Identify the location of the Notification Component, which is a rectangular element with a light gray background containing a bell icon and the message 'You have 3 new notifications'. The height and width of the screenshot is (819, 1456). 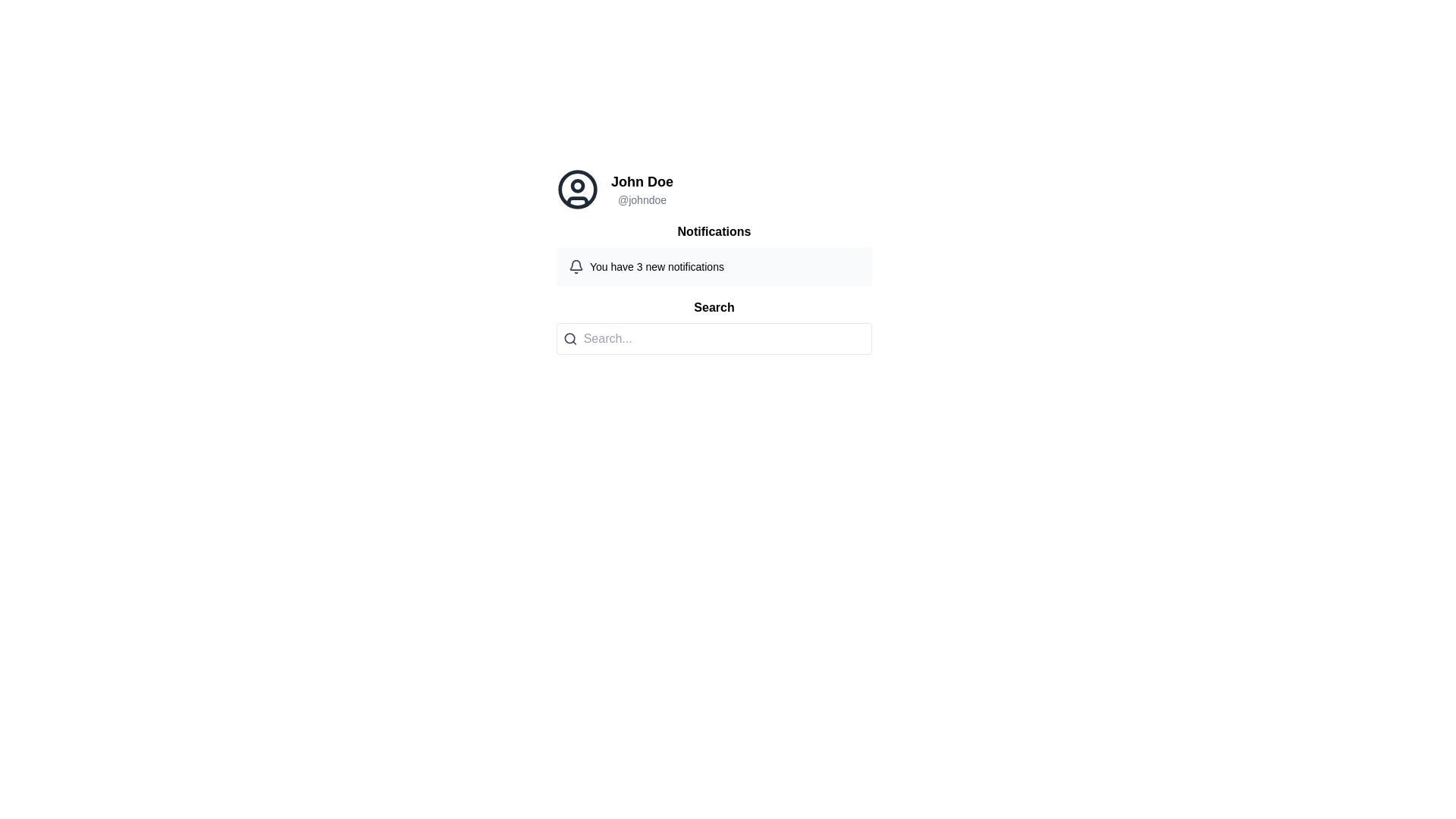
(713, 265).